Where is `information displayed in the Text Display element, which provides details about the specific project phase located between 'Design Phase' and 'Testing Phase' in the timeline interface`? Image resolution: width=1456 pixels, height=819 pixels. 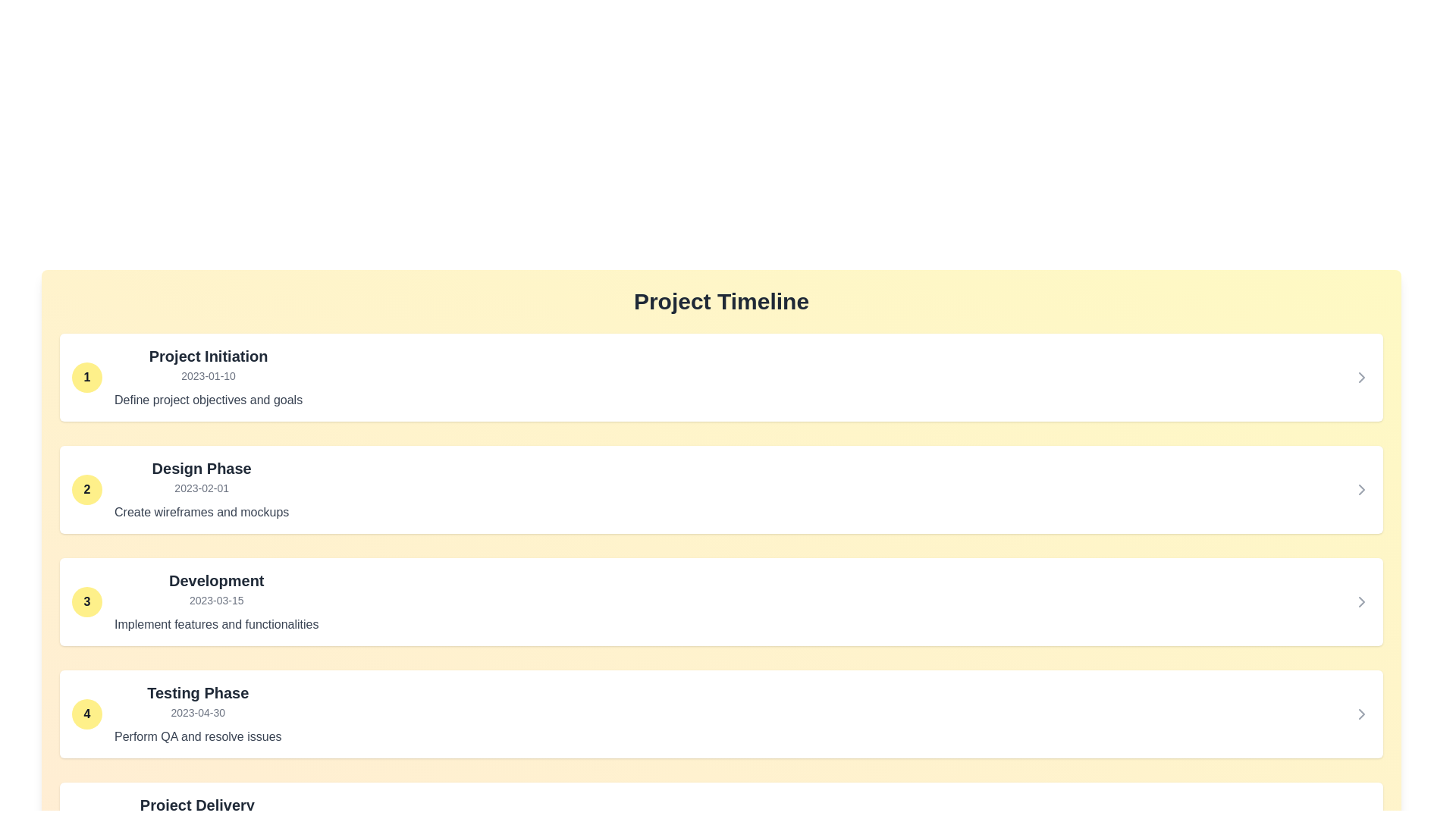 information displayed in the Text Display element, which provides details about the specific project phase located between 'Design Phase' and 'Testing Phase' in the timeline interface is located at coordinates (215, 601).